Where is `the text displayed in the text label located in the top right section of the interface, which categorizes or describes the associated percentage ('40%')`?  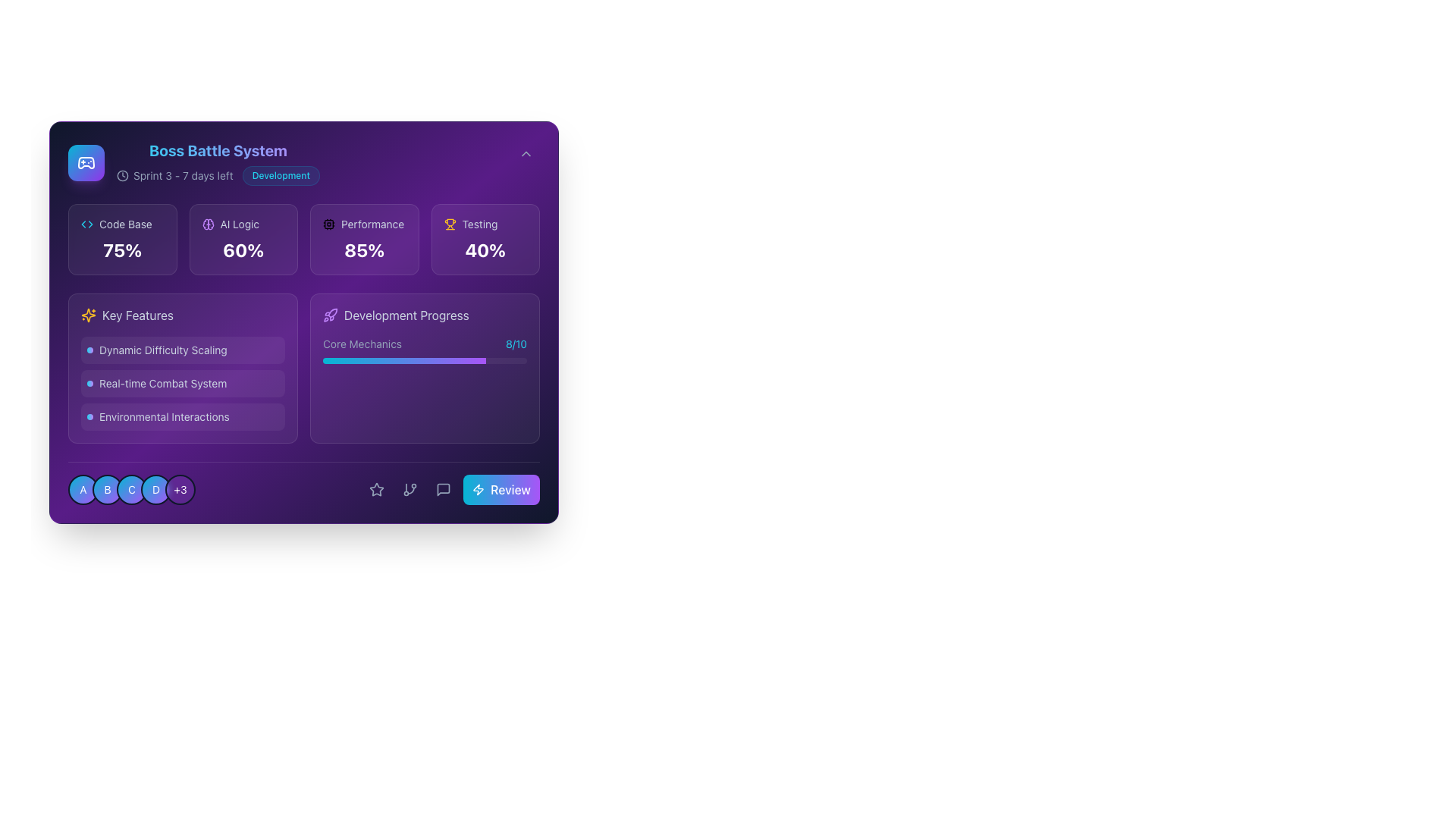
the text displayed in the text label located in the top right section of the interface, which categorizes or describes the associated percentage ('40%') is located at coordinates (479, 224).